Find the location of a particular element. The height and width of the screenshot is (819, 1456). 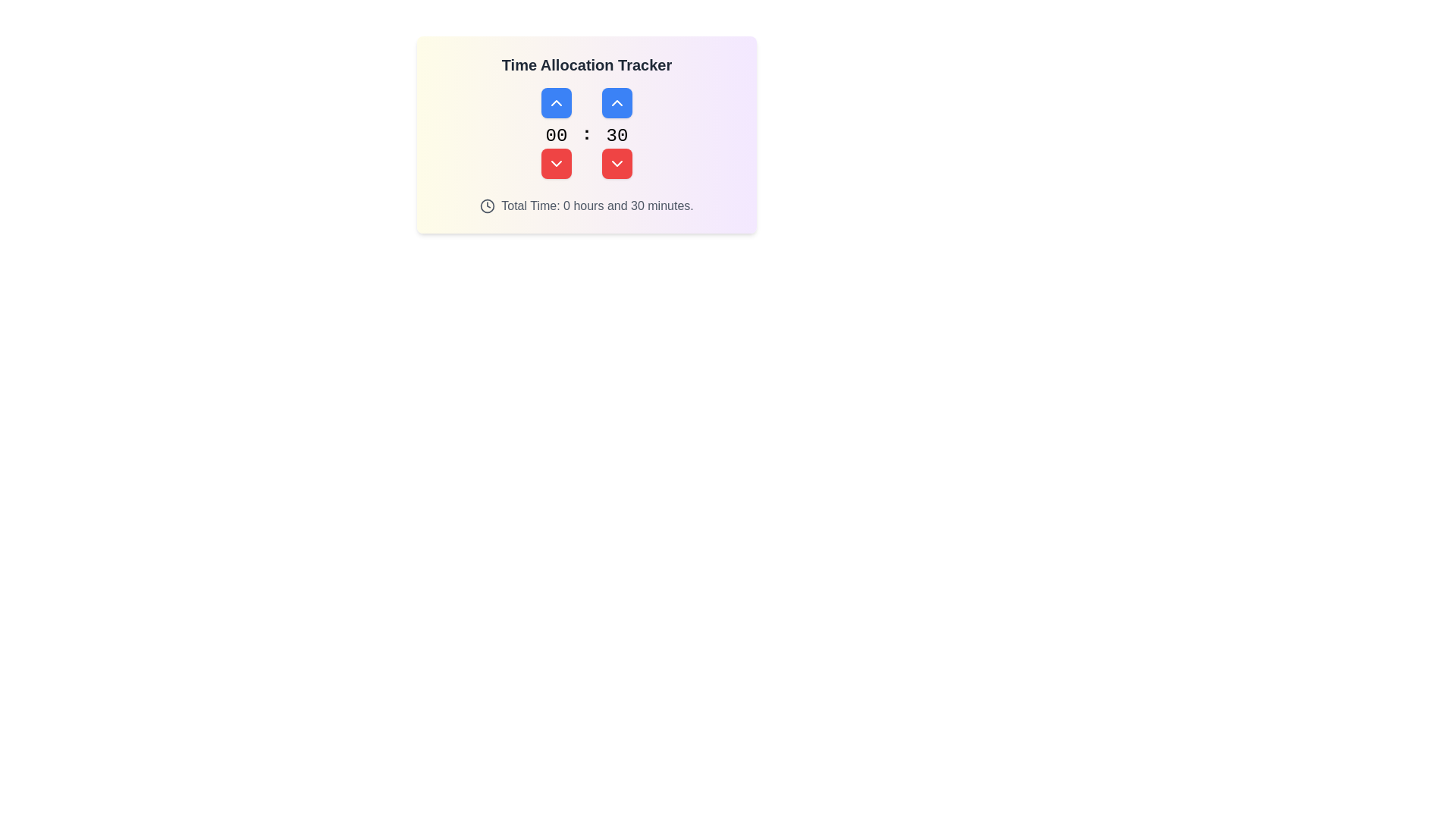

the text display that reads 'Total Time: 0 hours and 30 minutes.' which is centered below the time controls and aligned with a clock icon is located at coordinates (596, 206).